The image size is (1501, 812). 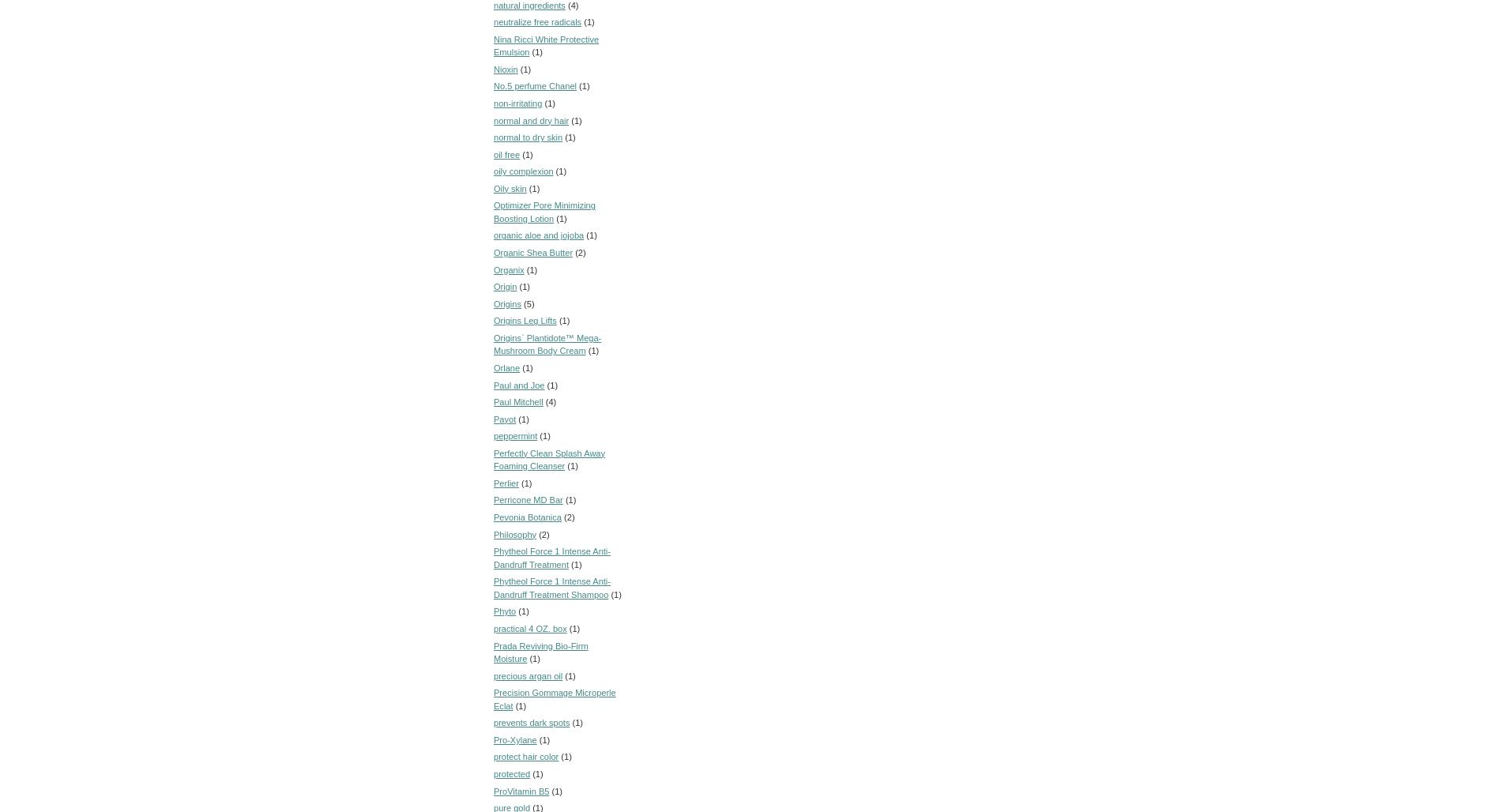 What do you see at coordinates (505, 67) in the screenshot?
I see `'Nioxin'` at bounding box center [505, 67].